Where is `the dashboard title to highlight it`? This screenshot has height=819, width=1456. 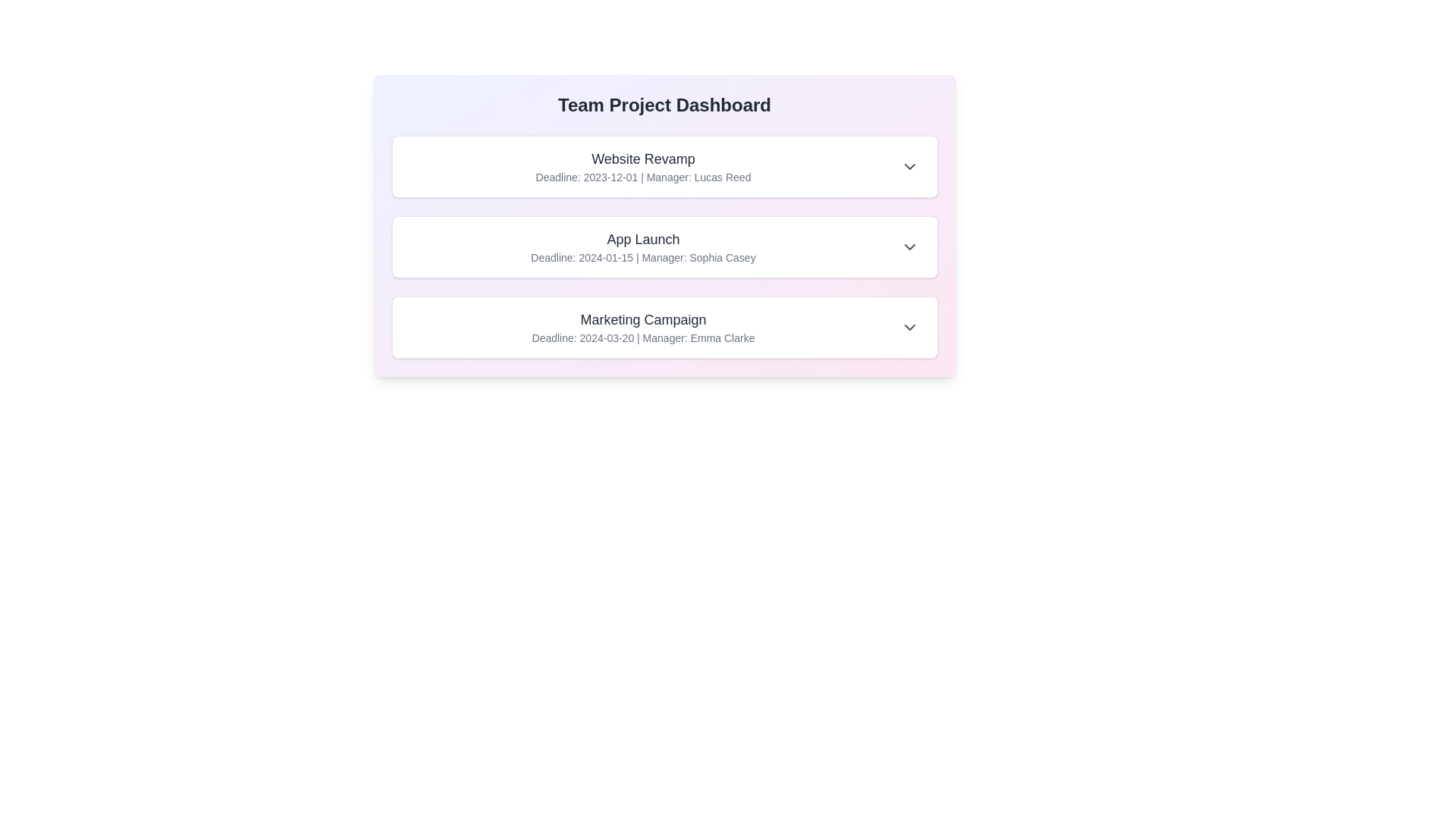
the dashboard title to highlight it is located at coordinates (664, 104).